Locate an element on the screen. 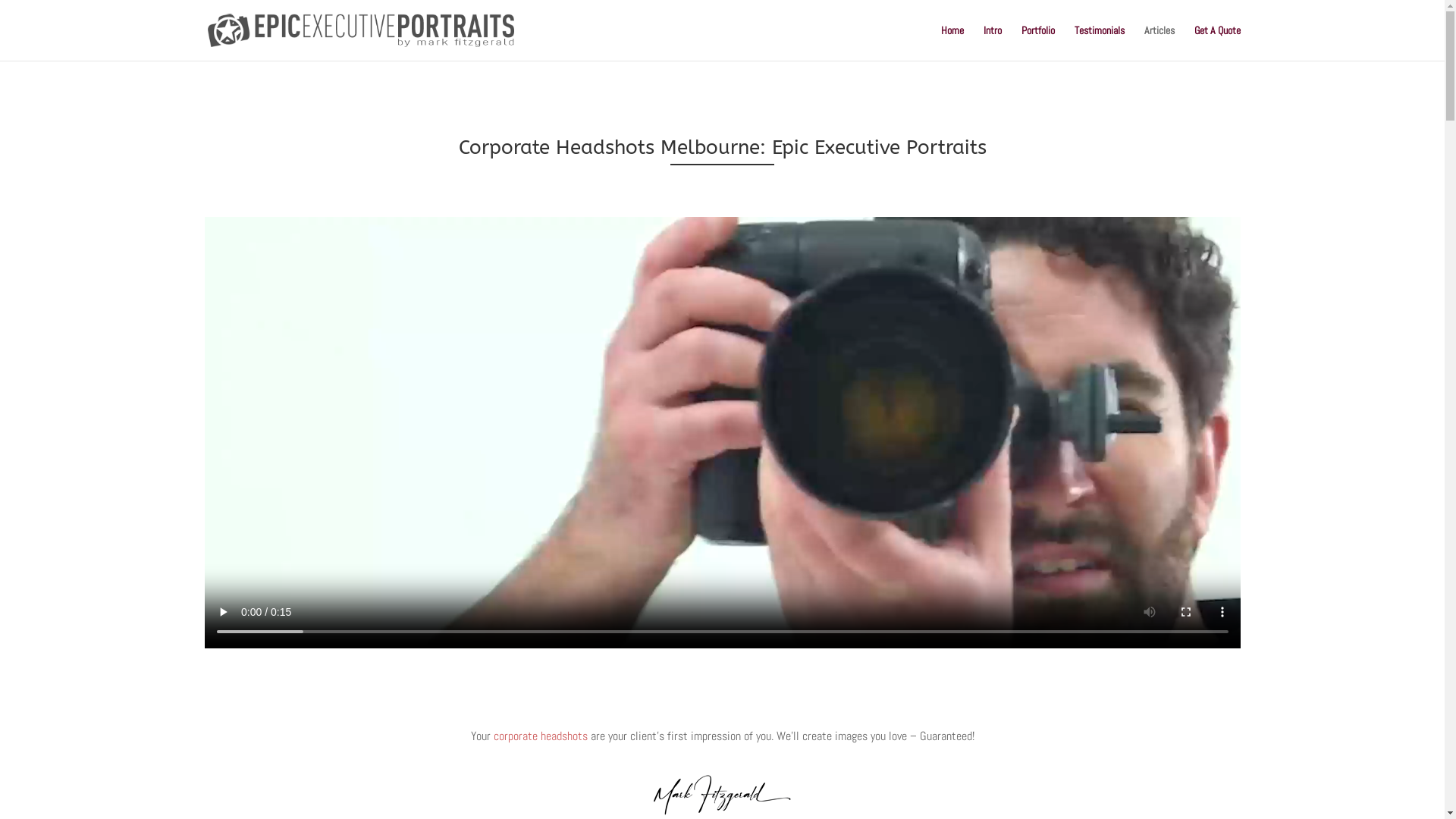 This screenshot has width=1456, height=819. 'Get A Quote' is located at coordinates (1216, 42).